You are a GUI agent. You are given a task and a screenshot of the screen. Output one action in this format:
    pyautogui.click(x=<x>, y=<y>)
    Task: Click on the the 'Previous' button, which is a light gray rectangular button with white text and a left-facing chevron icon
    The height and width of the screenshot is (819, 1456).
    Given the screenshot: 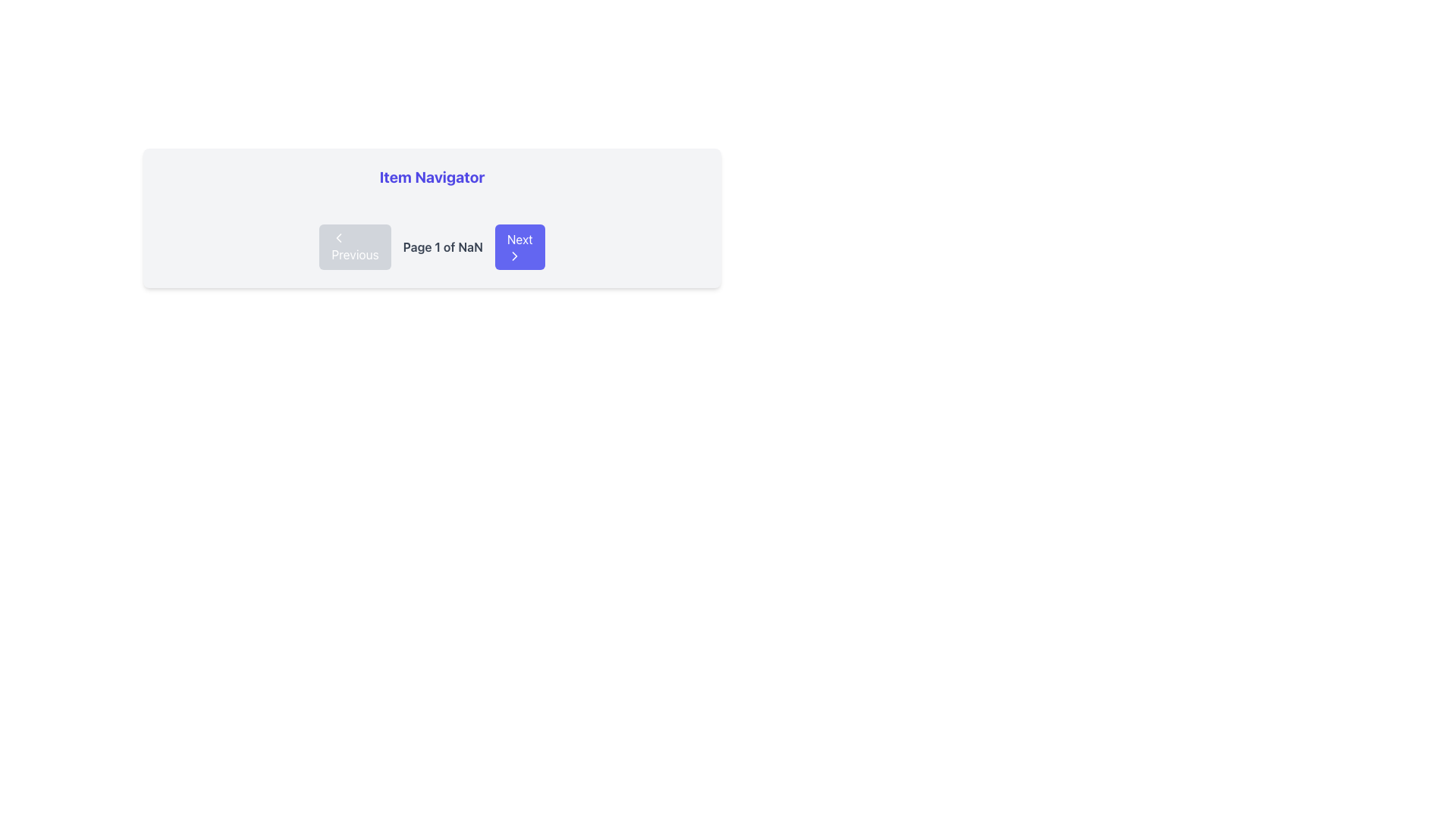 What is the action you would take?
    pyautogui.click(x=354, y=246)
    